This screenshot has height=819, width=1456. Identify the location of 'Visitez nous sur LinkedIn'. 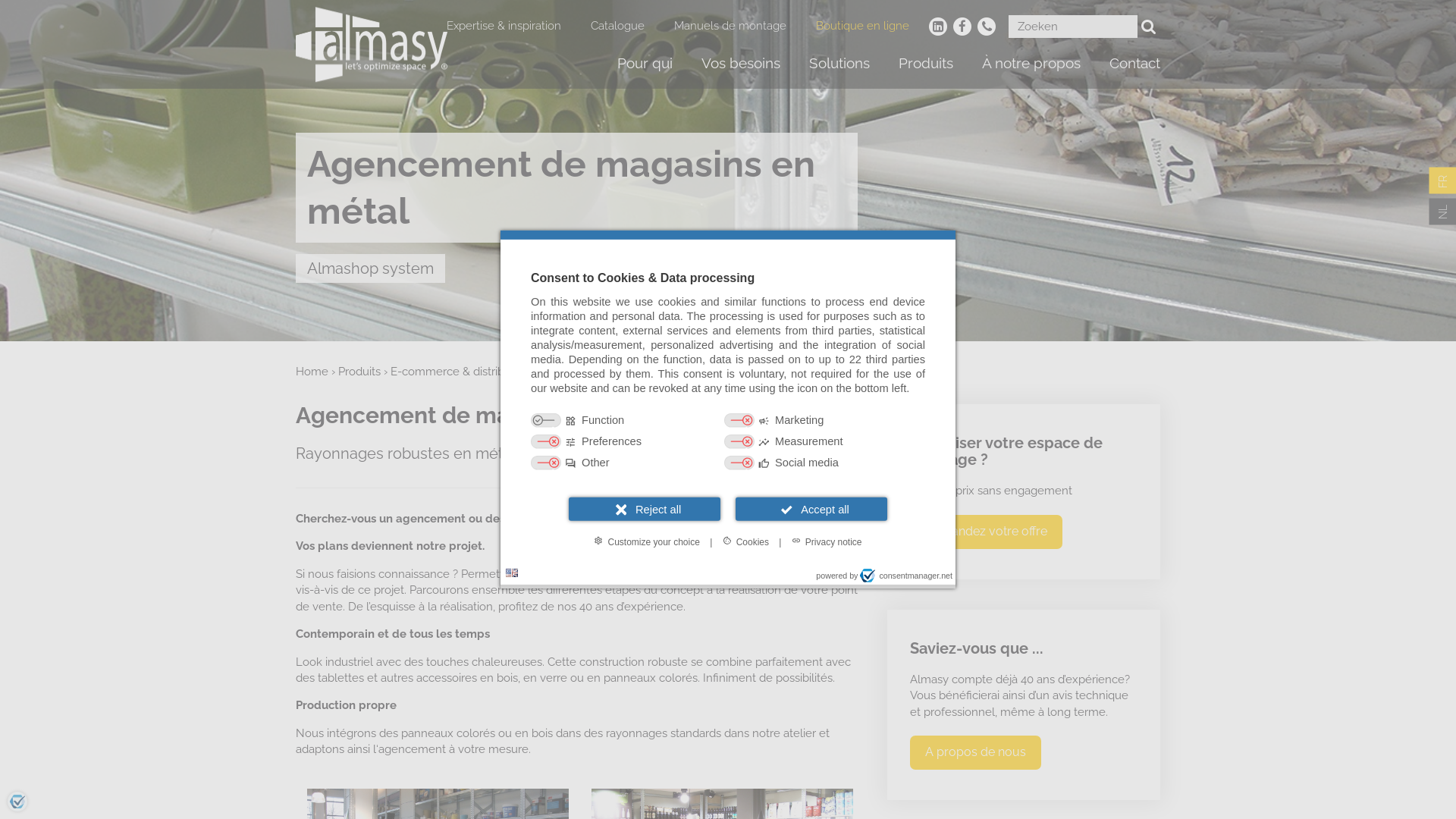
(937, 26).